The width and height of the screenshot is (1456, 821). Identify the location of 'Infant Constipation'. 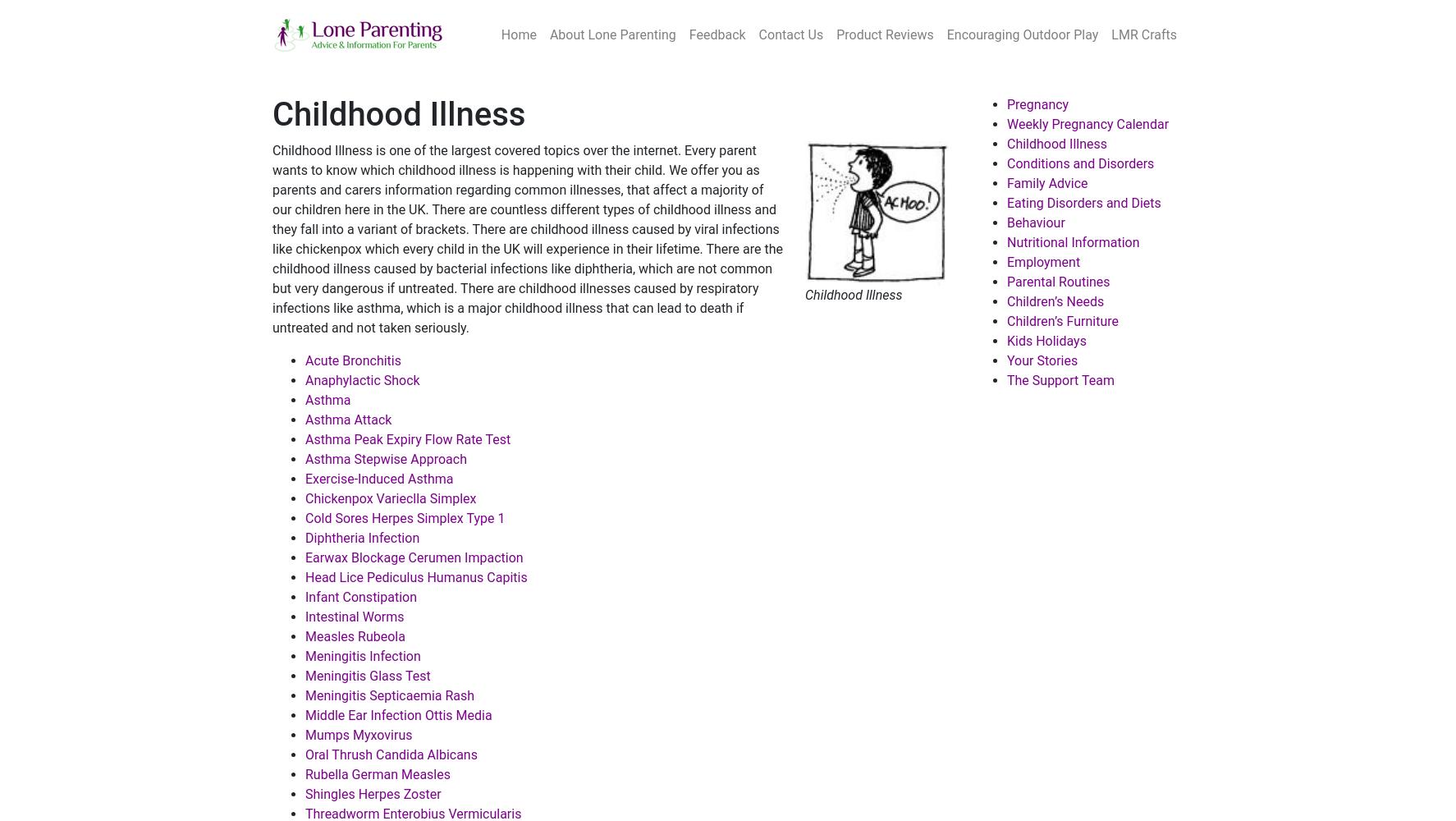
(304, 596).